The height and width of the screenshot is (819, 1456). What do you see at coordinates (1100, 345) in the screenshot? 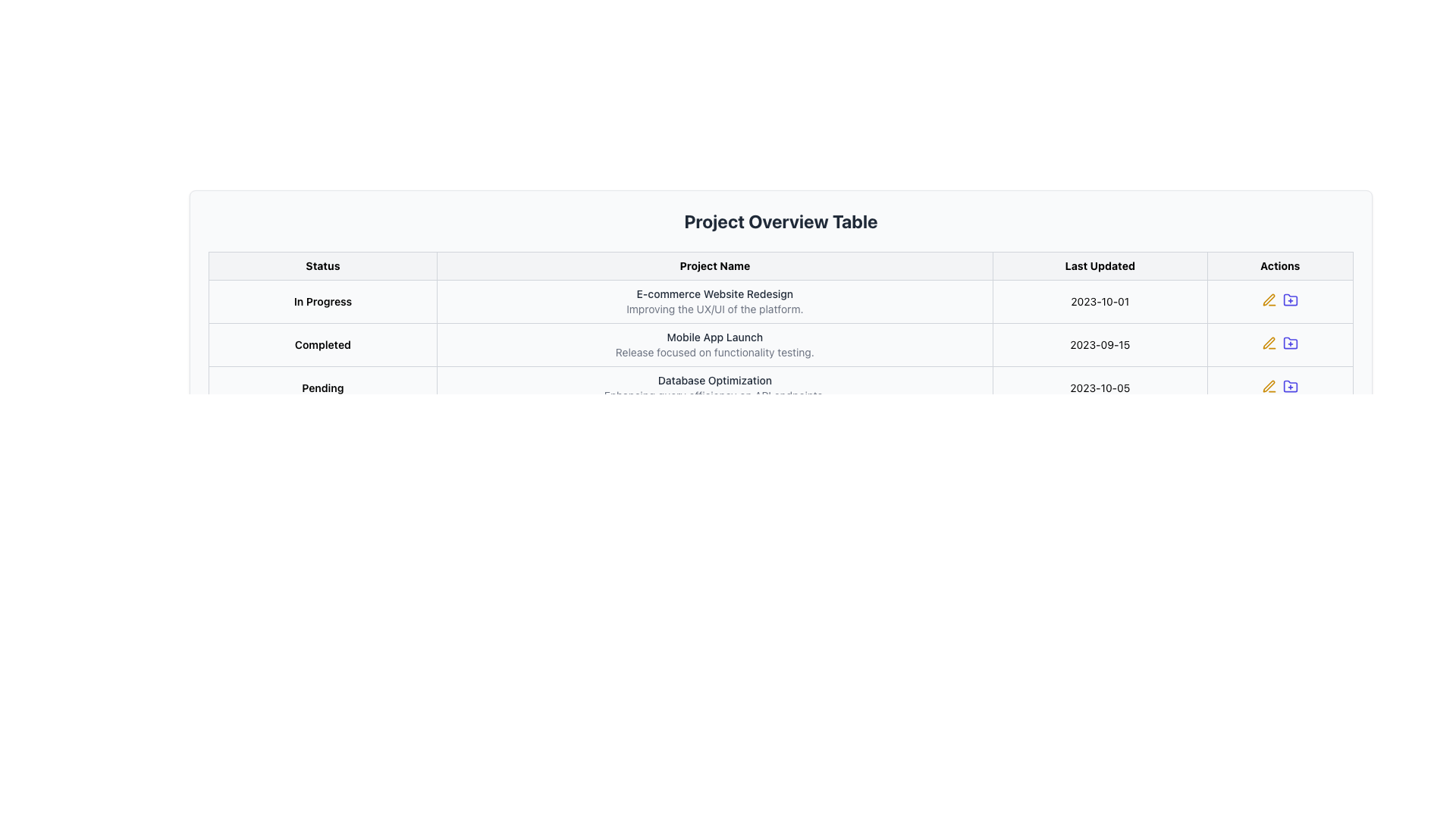
I see `the Text Display Field showing the date '2023-09-15' in the third row of the table under the 'Last Updated' column` at bounding box center [1100, 345].